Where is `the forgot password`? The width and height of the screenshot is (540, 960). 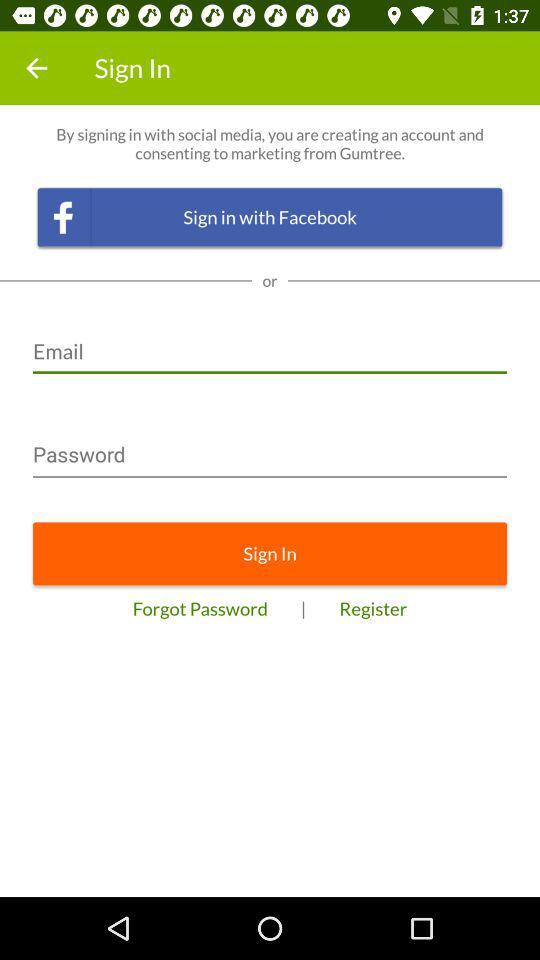
the forgot password is located at coordinates (200, 607).